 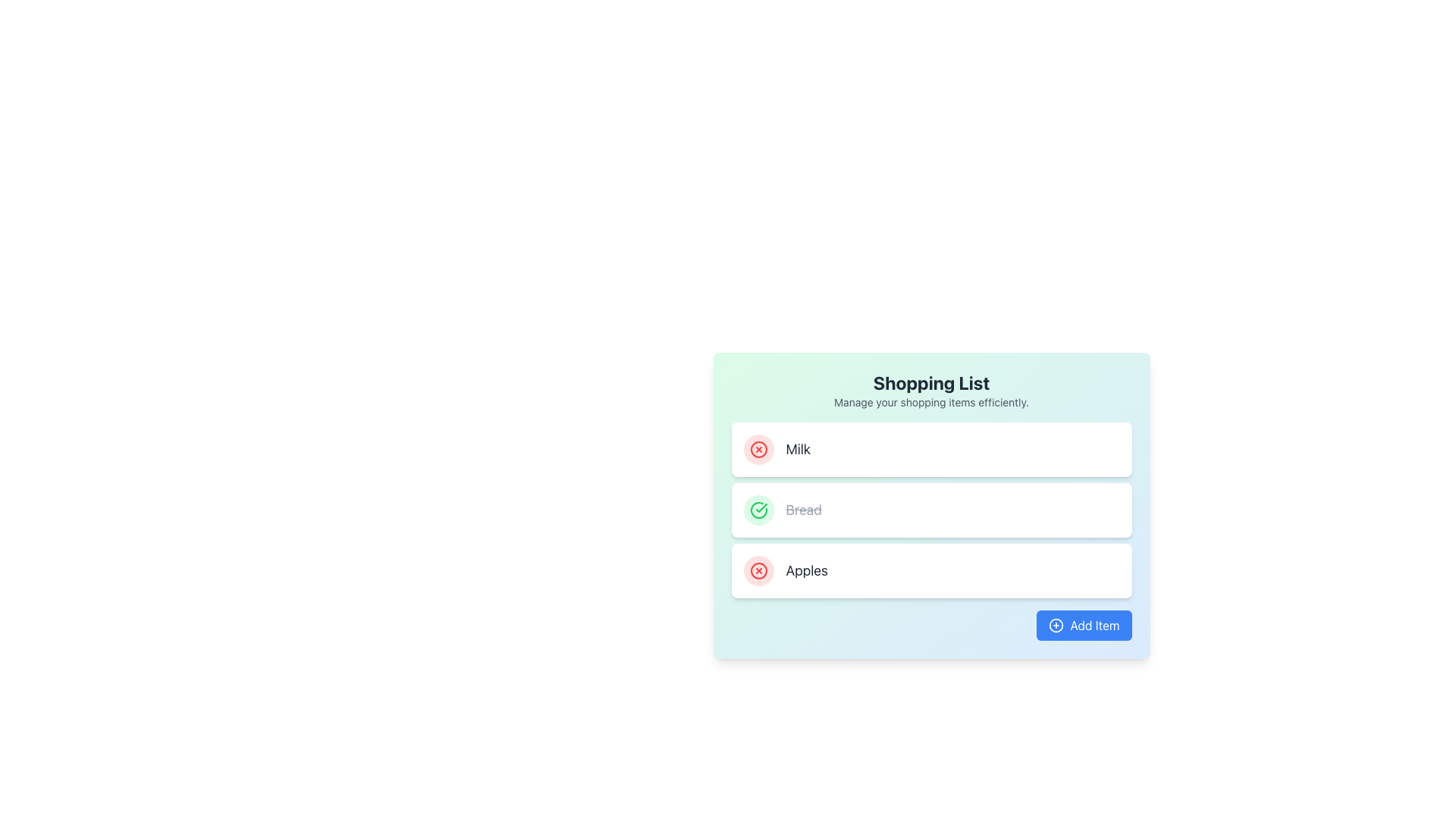 What do you see at coordinates (758, 449) in the screenshot?
I see `the SVG Circle Element that represents part of an icon associated with a status or label in the 'Shopping List' interface, positioned to the left of the 'Milk' label` at bounding box center [758, 449].